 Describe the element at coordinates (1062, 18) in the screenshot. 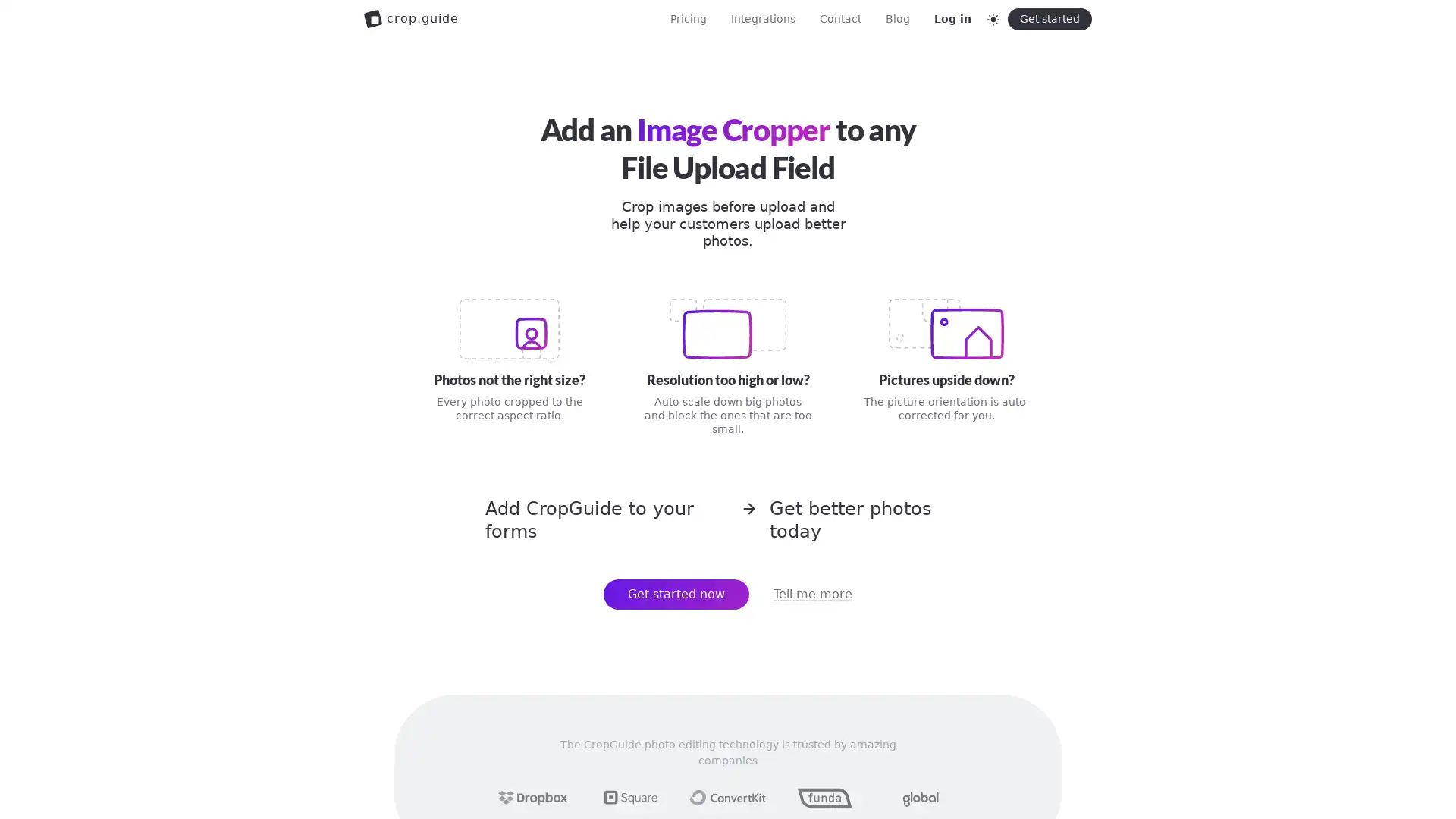

I see `menu` at that location.